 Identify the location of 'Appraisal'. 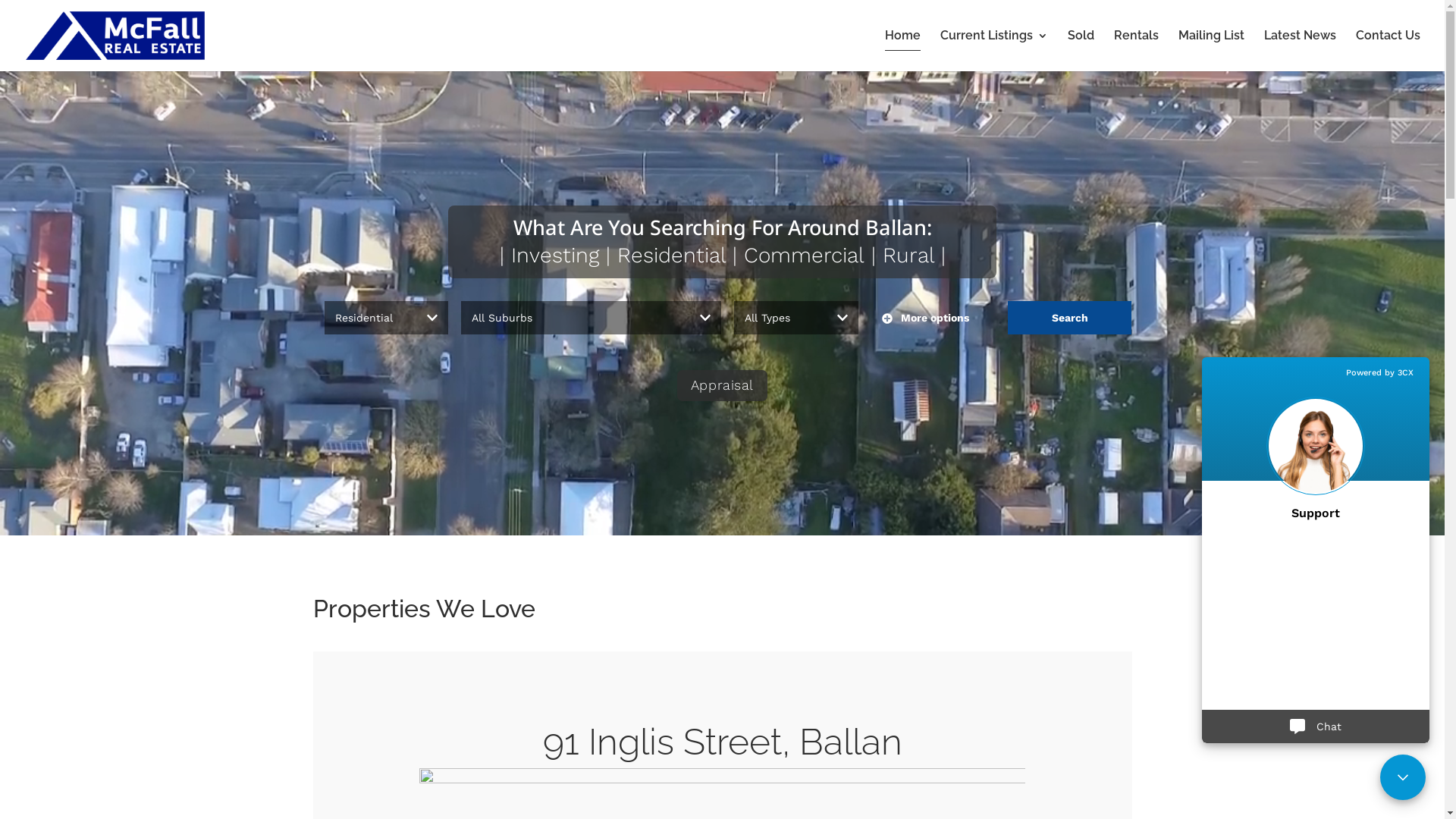
(721, 384).